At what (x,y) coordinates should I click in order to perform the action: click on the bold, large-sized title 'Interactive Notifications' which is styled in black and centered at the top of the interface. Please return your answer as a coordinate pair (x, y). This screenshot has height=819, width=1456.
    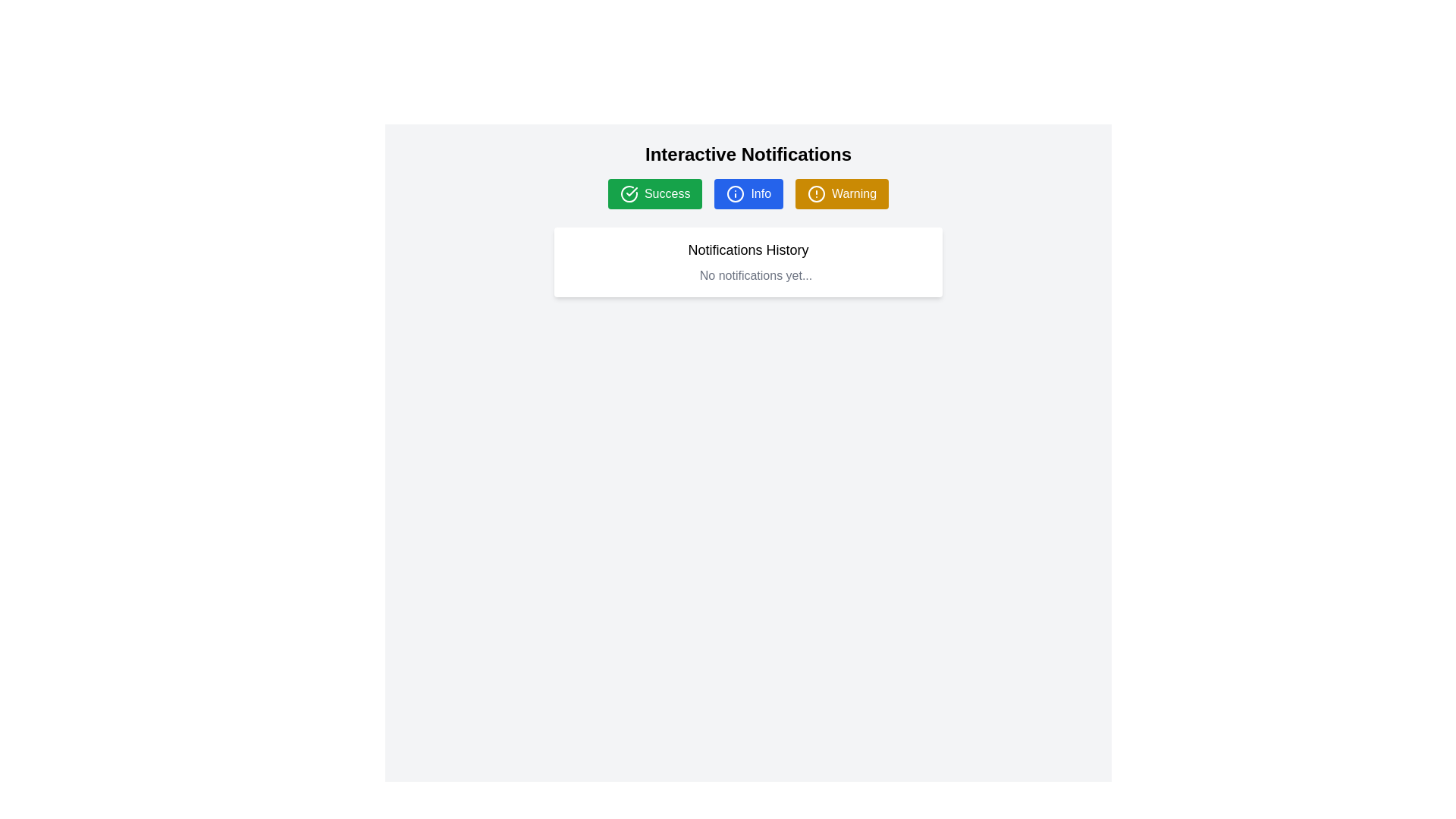
    Looking at the image, I should click on (748, 155).